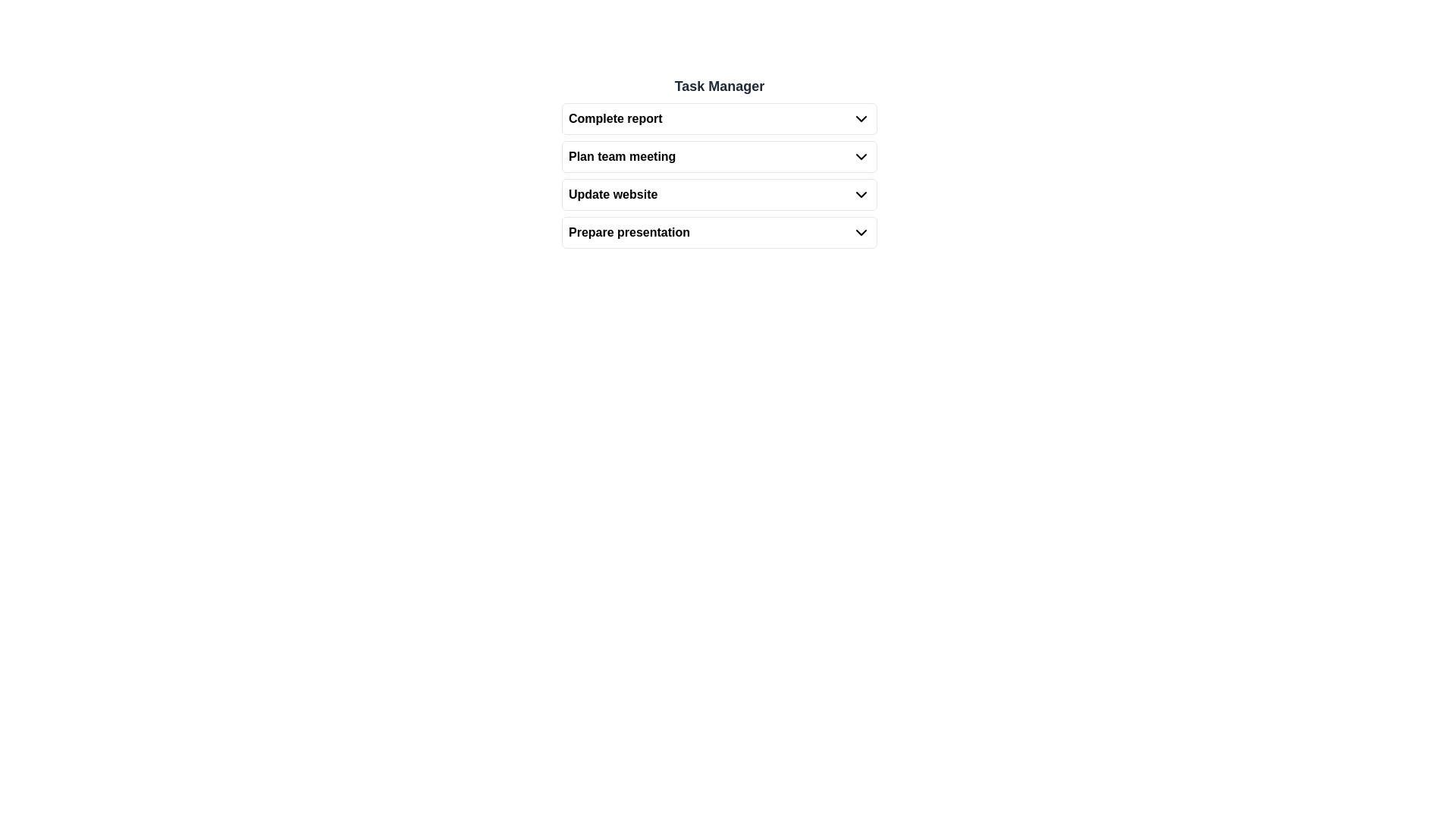 The height and width of the screenshot is (819, 1456). What do you see at coordinates (719, 86) in the screenshot?
I see `the 'Task Manager' text label, which is styled in bold gray and serves as the header for the list` at bounding box center [719, 86].